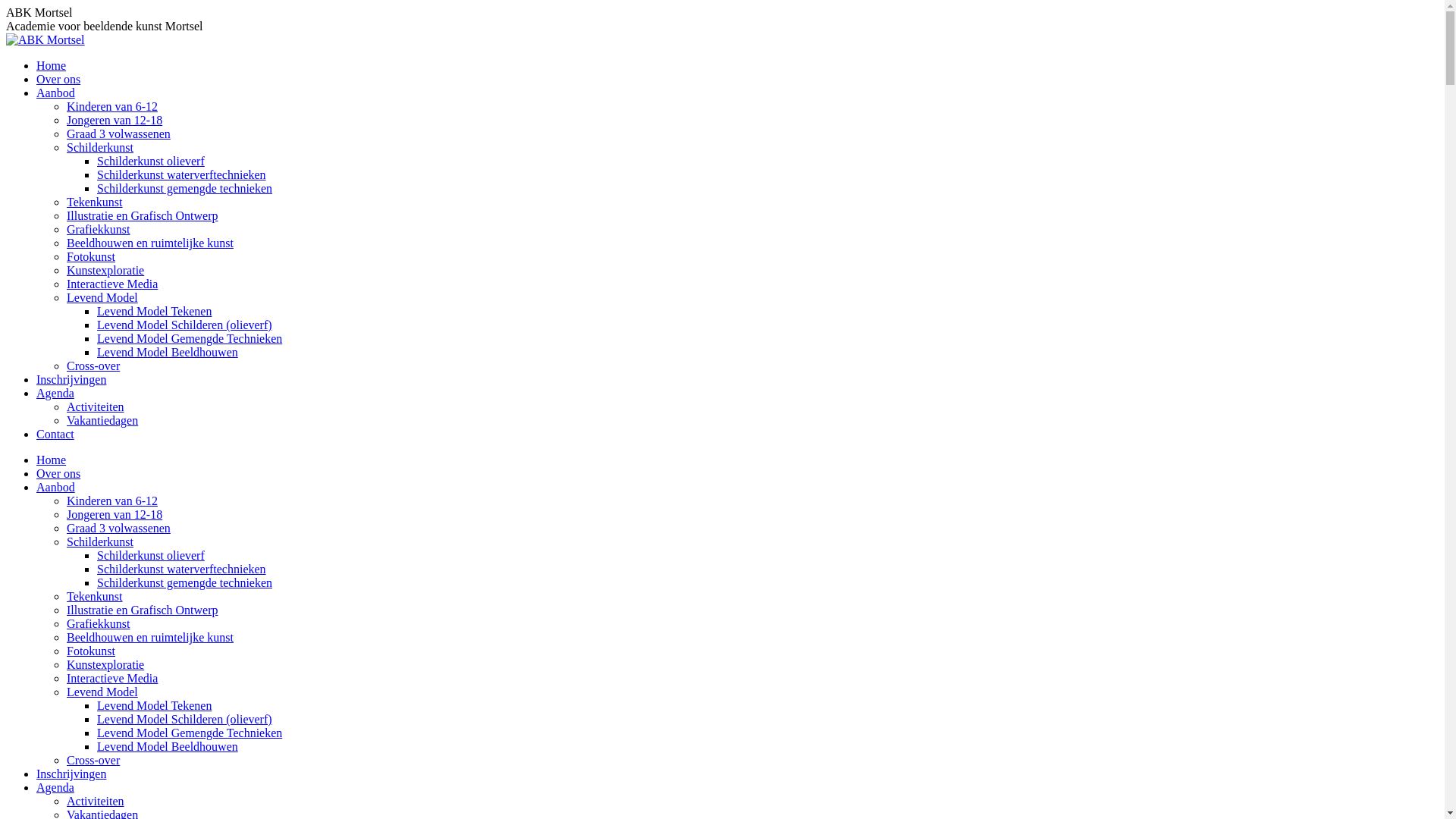 The image size is (1456, 819). What do you see at coordinates (111, 500) in the screenshot?
I see `'Kinderen van 6-12'` at bounding box center [111, 500].